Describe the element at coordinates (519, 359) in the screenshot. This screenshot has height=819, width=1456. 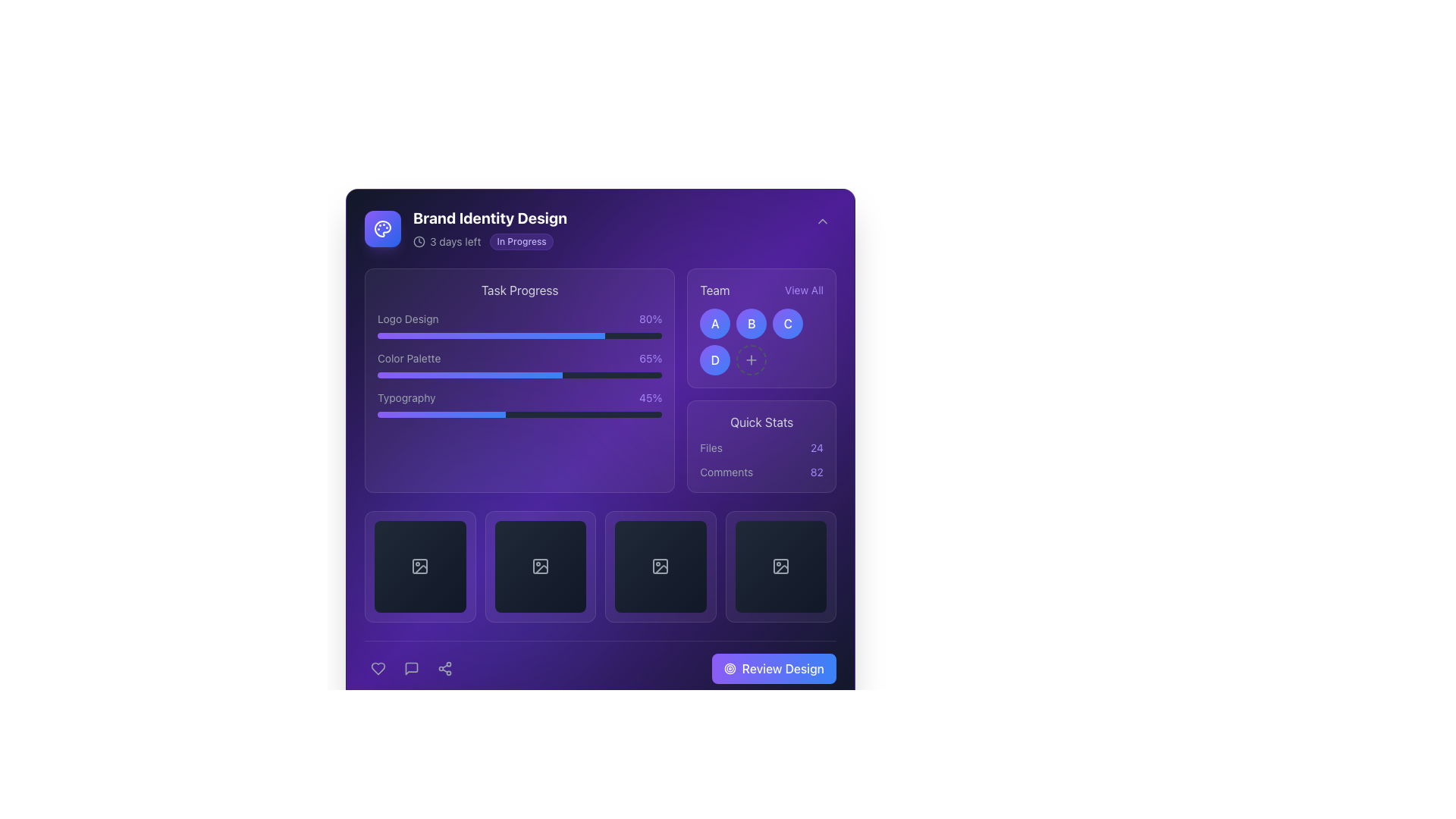
I see `the associated information for the 'Color Palette' text label and its completion percentage of '65%', located in the central 'Task Progress' section of the interface` at that location.